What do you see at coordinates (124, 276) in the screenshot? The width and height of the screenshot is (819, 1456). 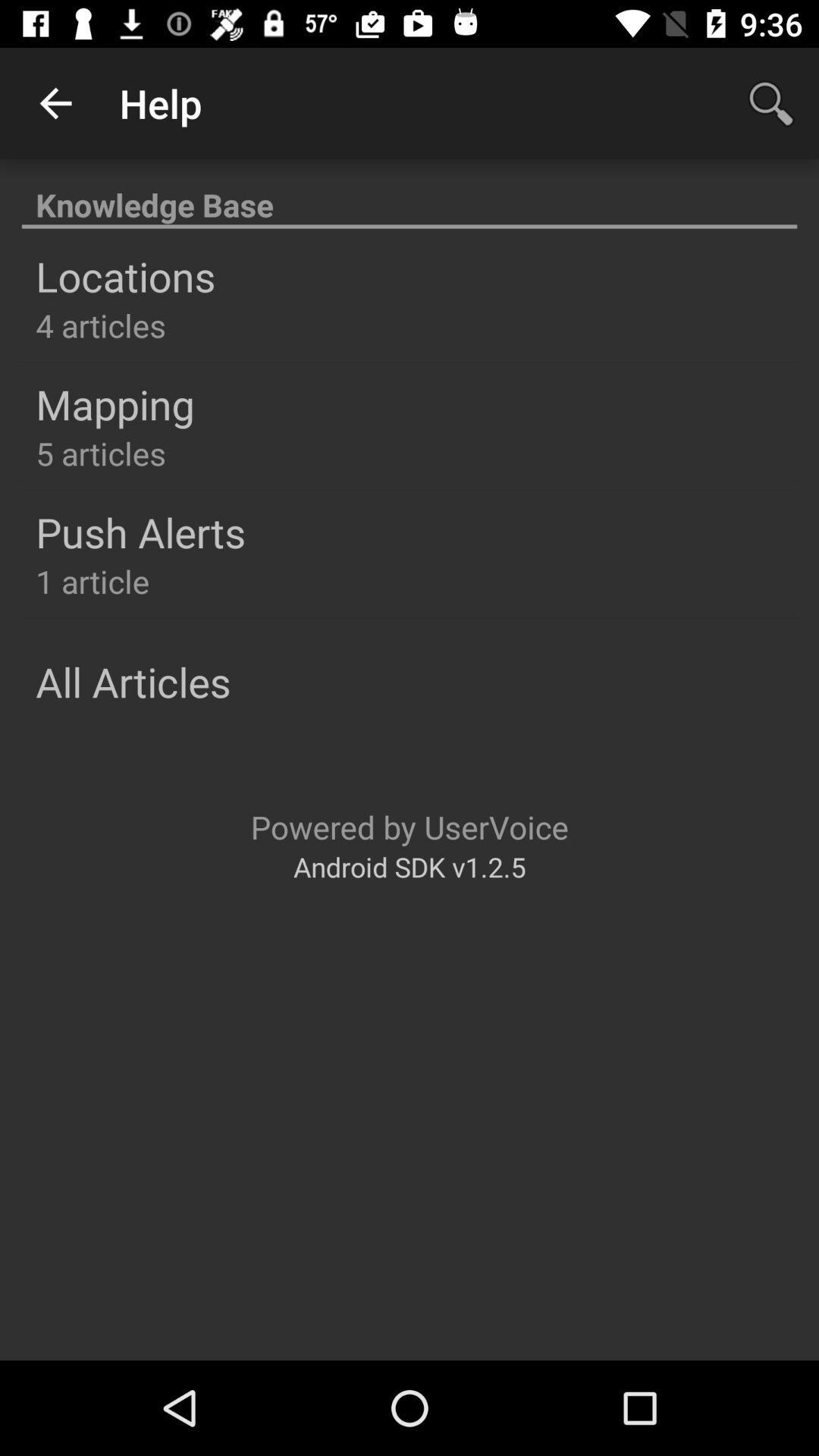 I see `the icon above the 4 articles icon` at bounding box center [124, 276].